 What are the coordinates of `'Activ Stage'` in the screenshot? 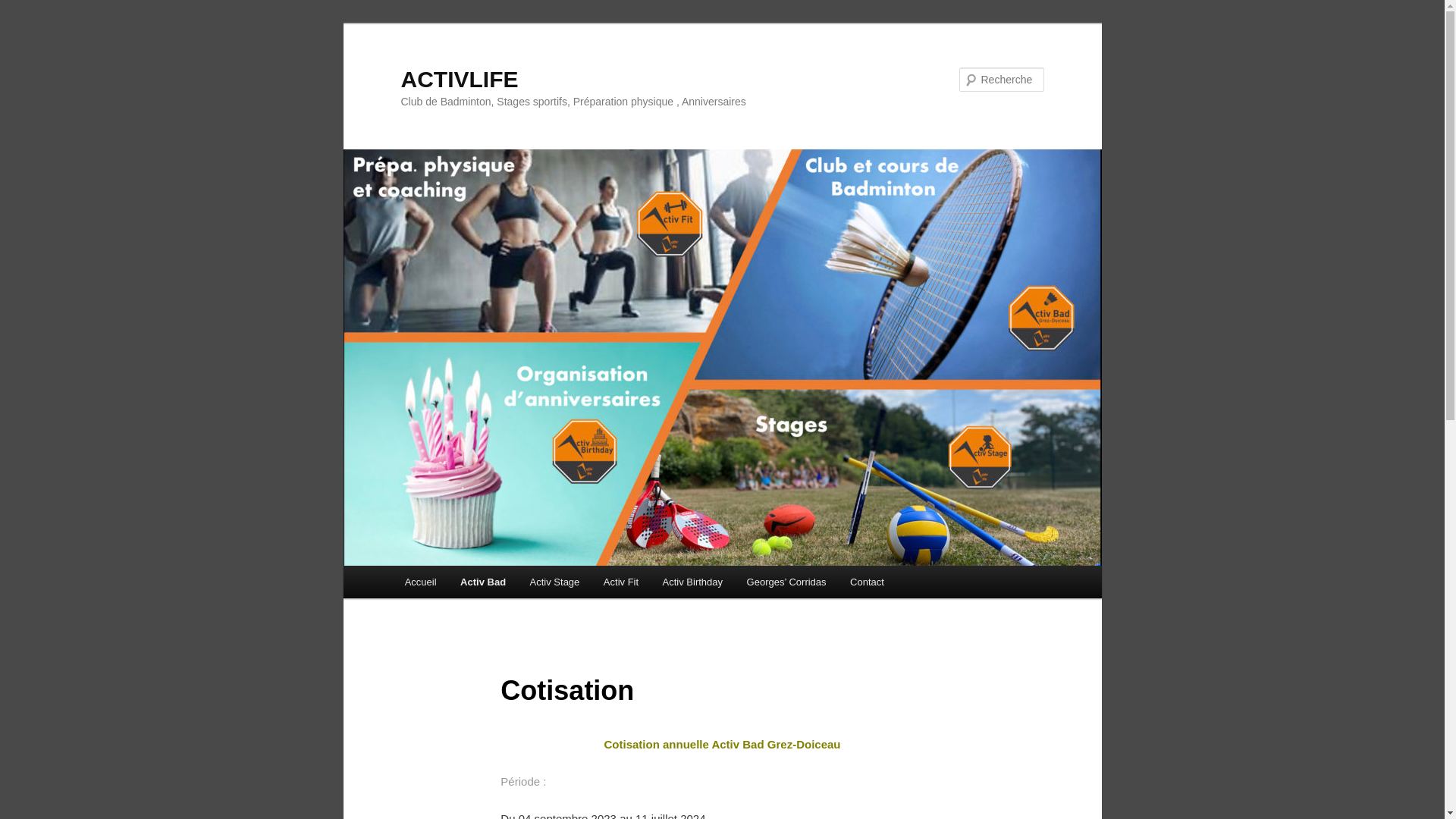 It's located at (554, 581).